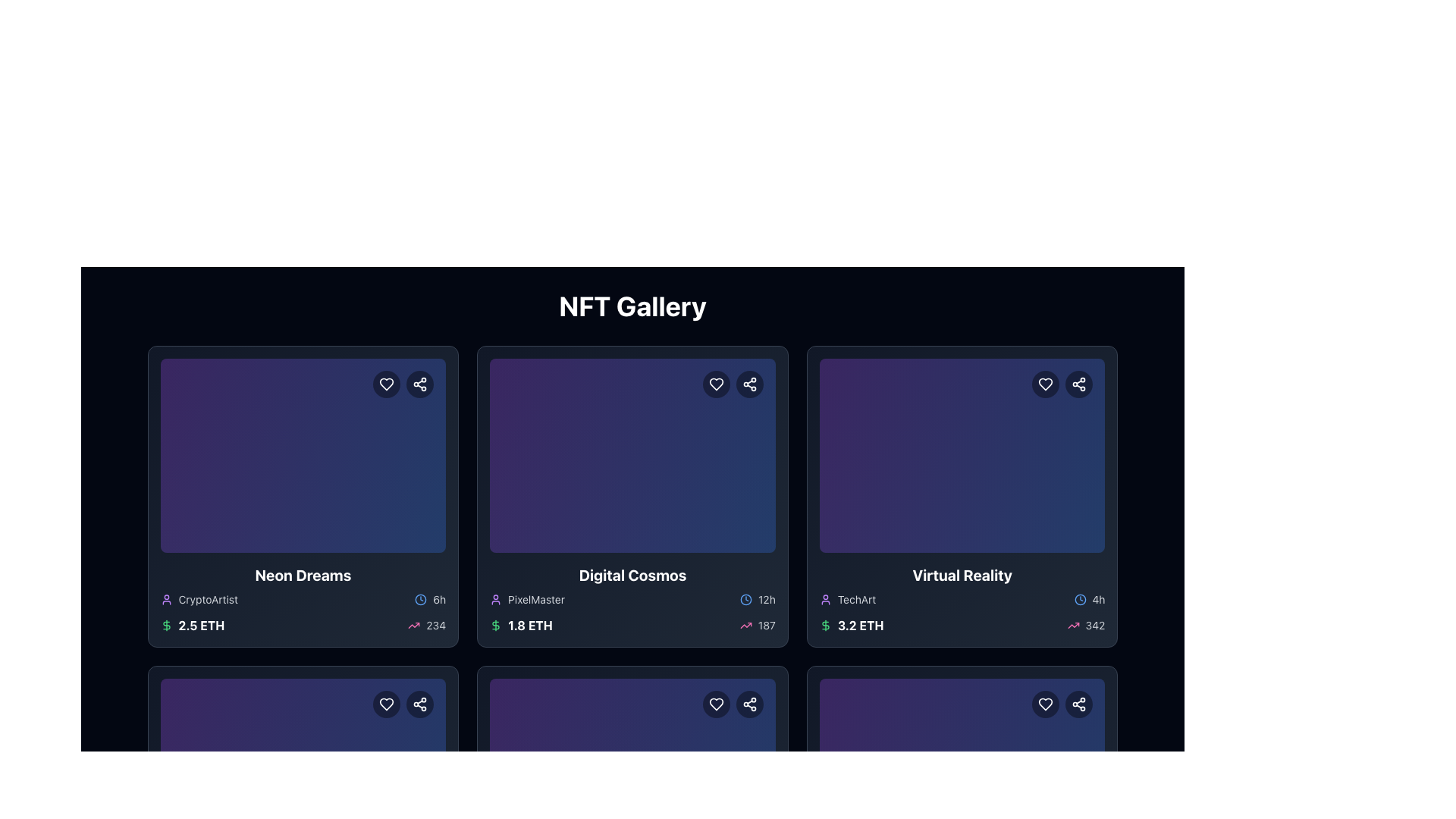 Image resolution: width=1456 pixels, height=819 pixels. Describe the element at coordinates (536, 598) in the screenshot. I see `the text label identifying the creator or owner of the item in the 'Digital Cosmos' card, positioned right of the user-like icon` at that location.